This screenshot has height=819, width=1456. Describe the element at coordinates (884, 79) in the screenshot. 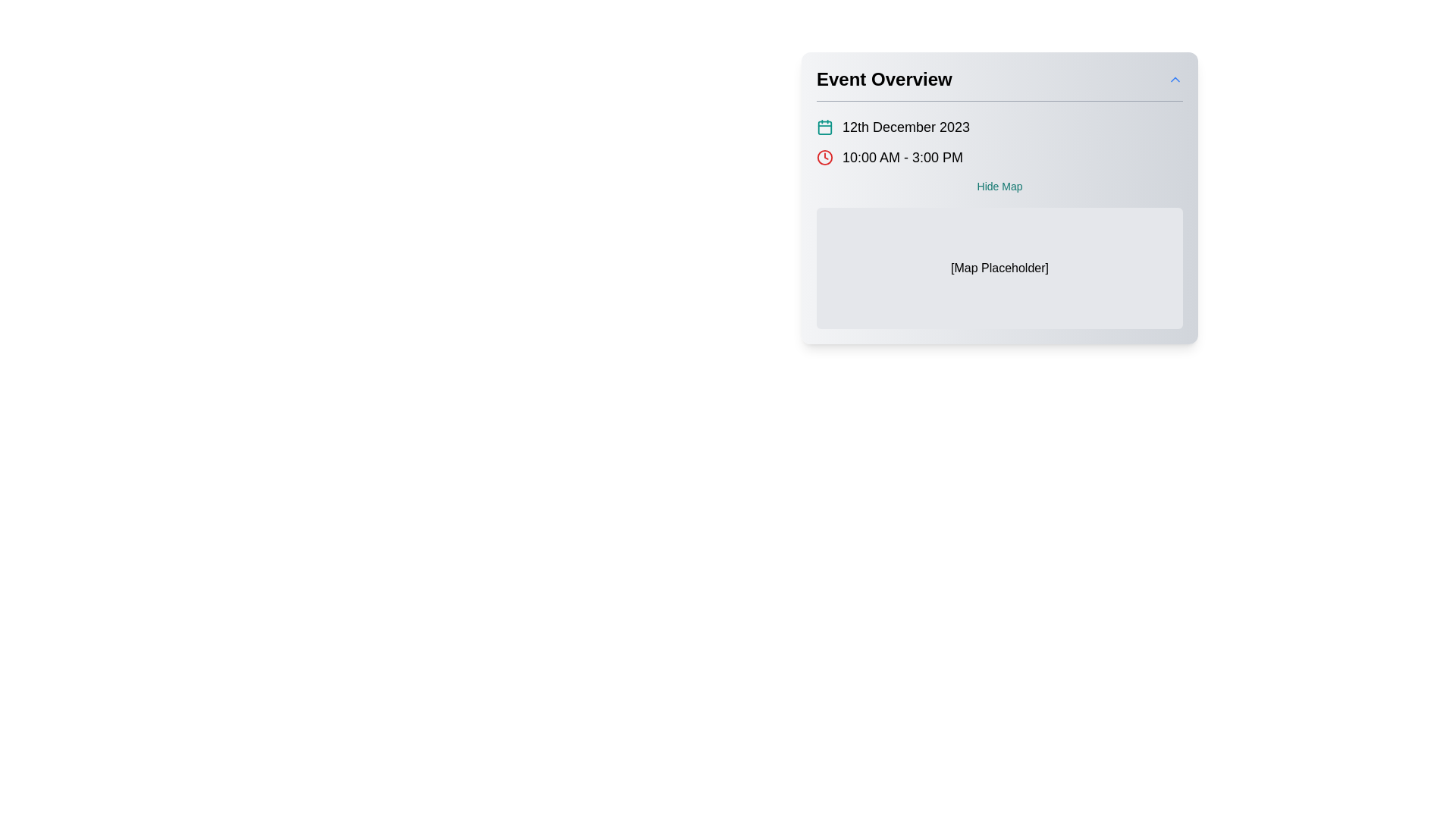

I see `text content of the prominently styled 'Event Overview' text label located at the top-left corner of the header bar` at that location.